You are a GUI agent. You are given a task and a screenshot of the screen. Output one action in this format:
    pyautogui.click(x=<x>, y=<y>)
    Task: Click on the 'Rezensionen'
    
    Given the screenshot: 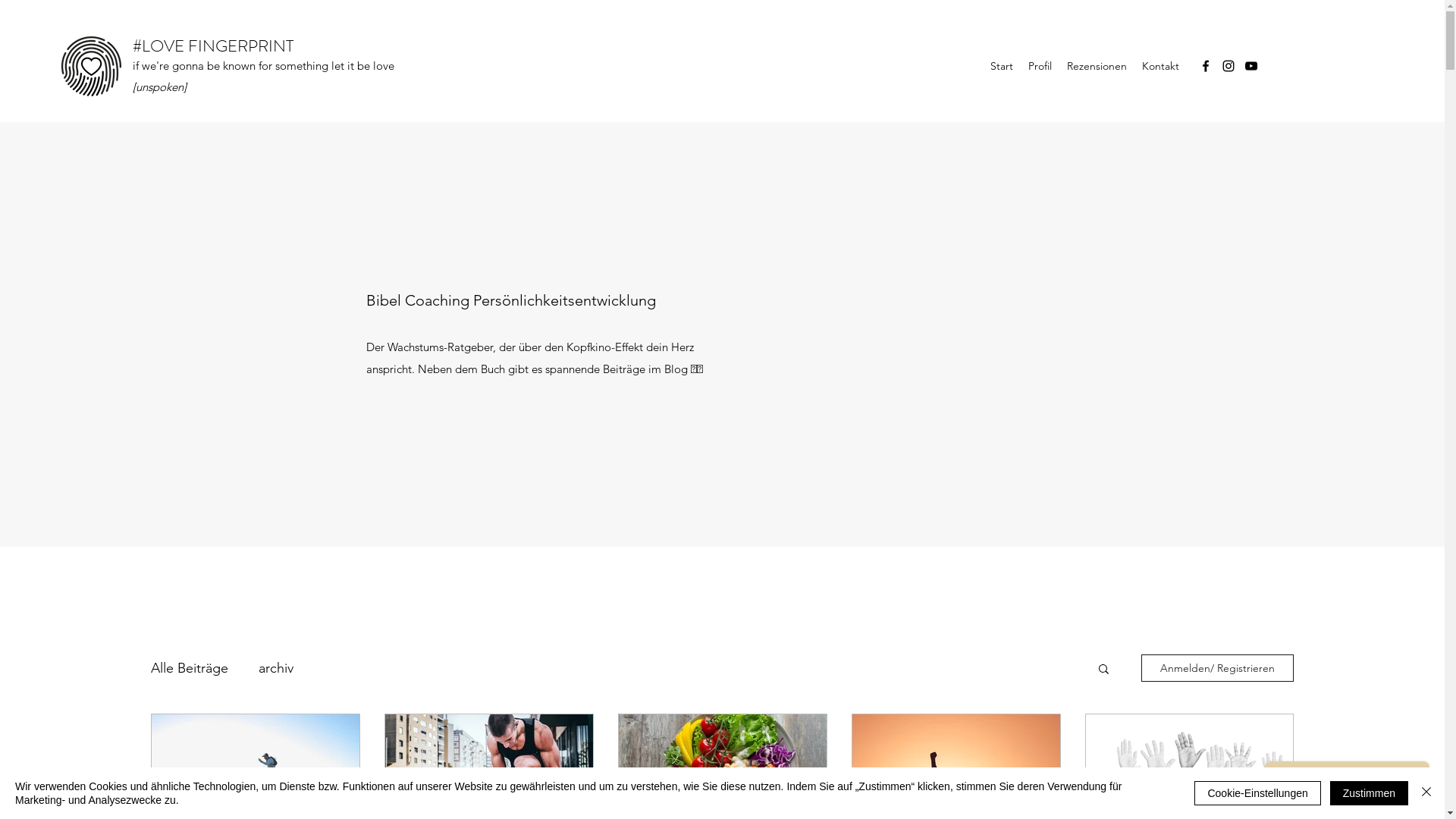 What is the action you would take?
    pyautogui.click(x=1097, y=65)
    